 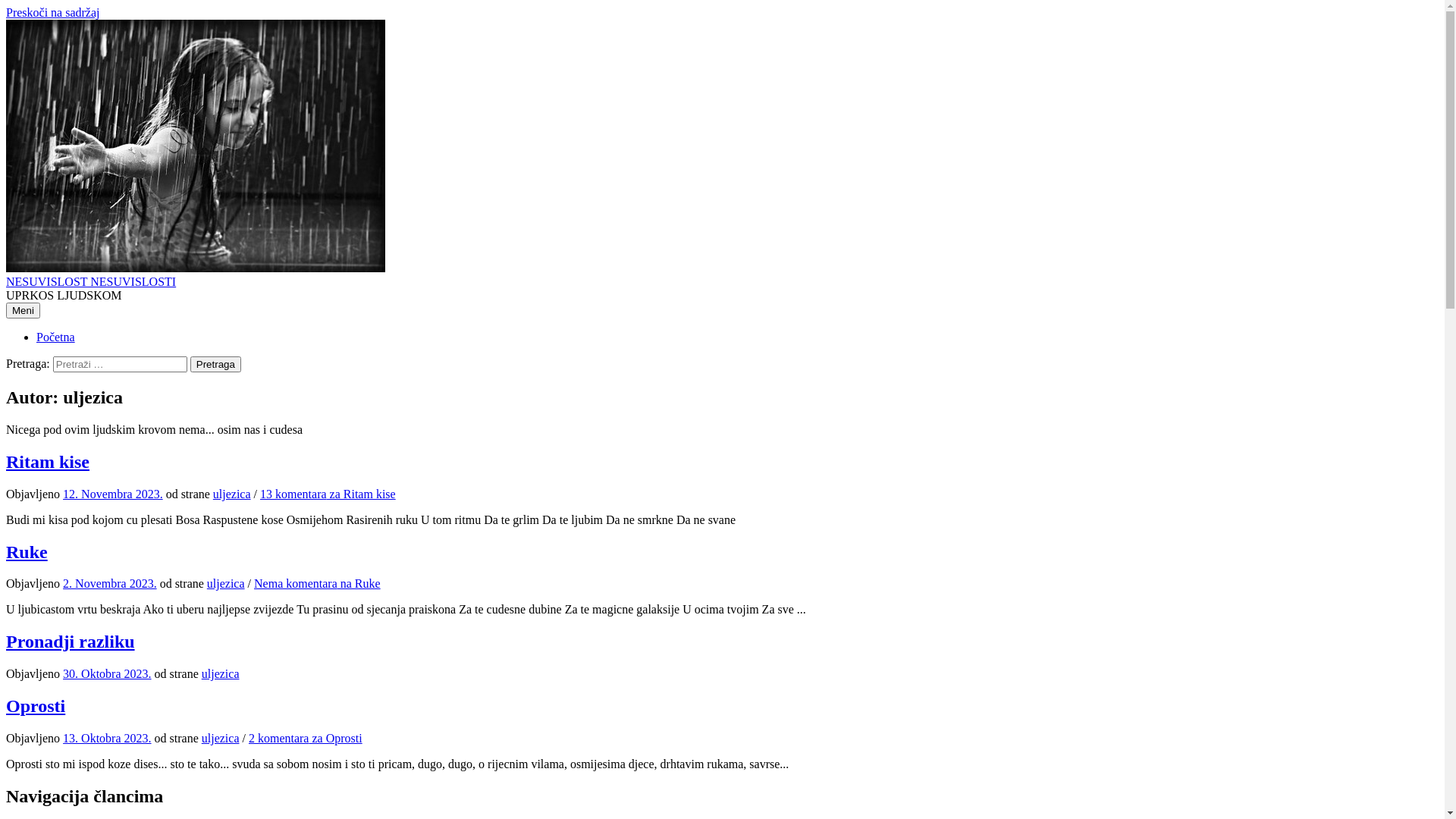 I want to click on 'NESUVISLOST NESUVISLOSTI', so click(x=90, y=281).